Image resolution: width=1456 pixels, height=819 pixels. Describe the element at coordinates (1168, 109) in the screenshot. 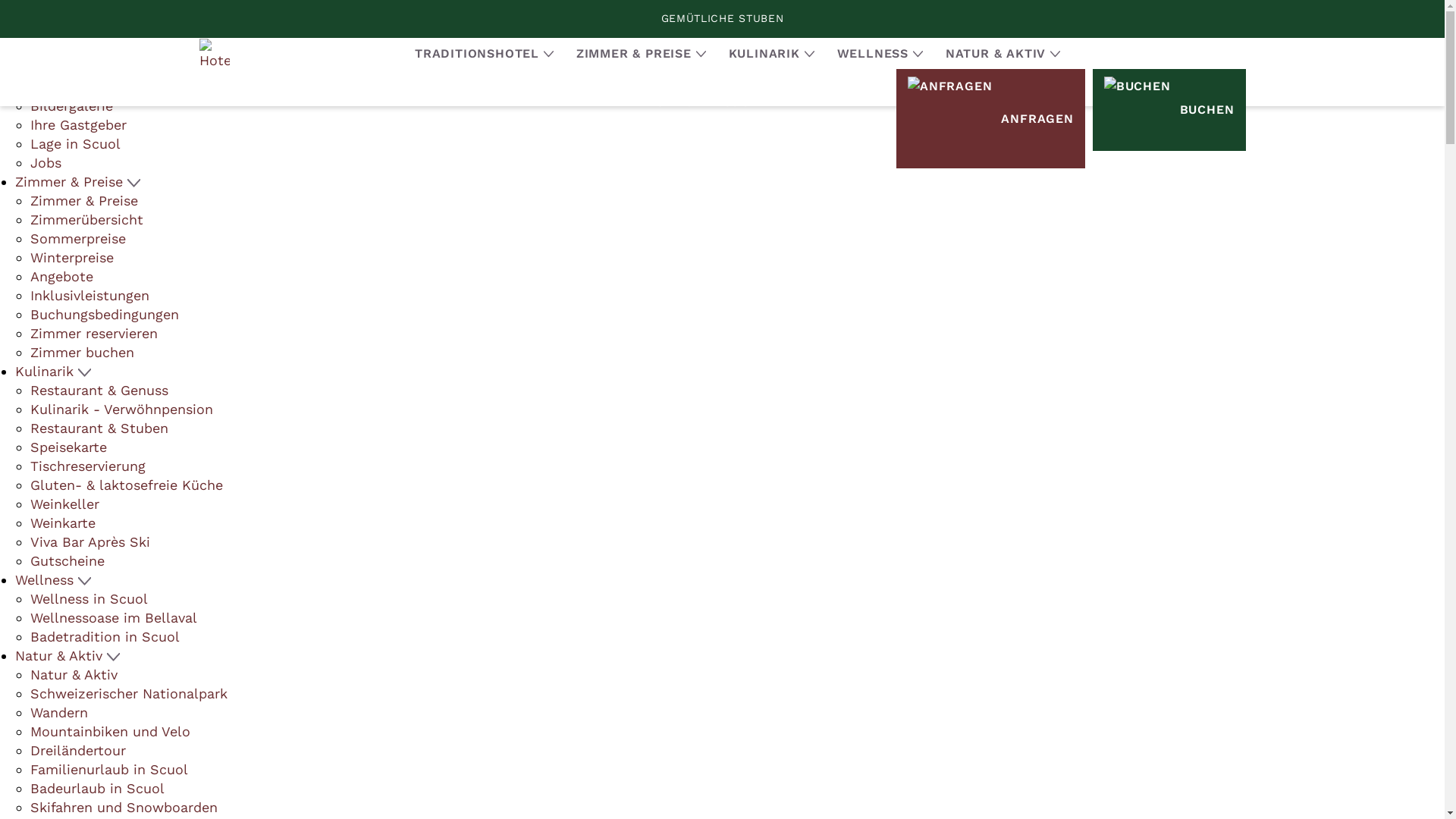

I see `'BUCHEN'` at that location.